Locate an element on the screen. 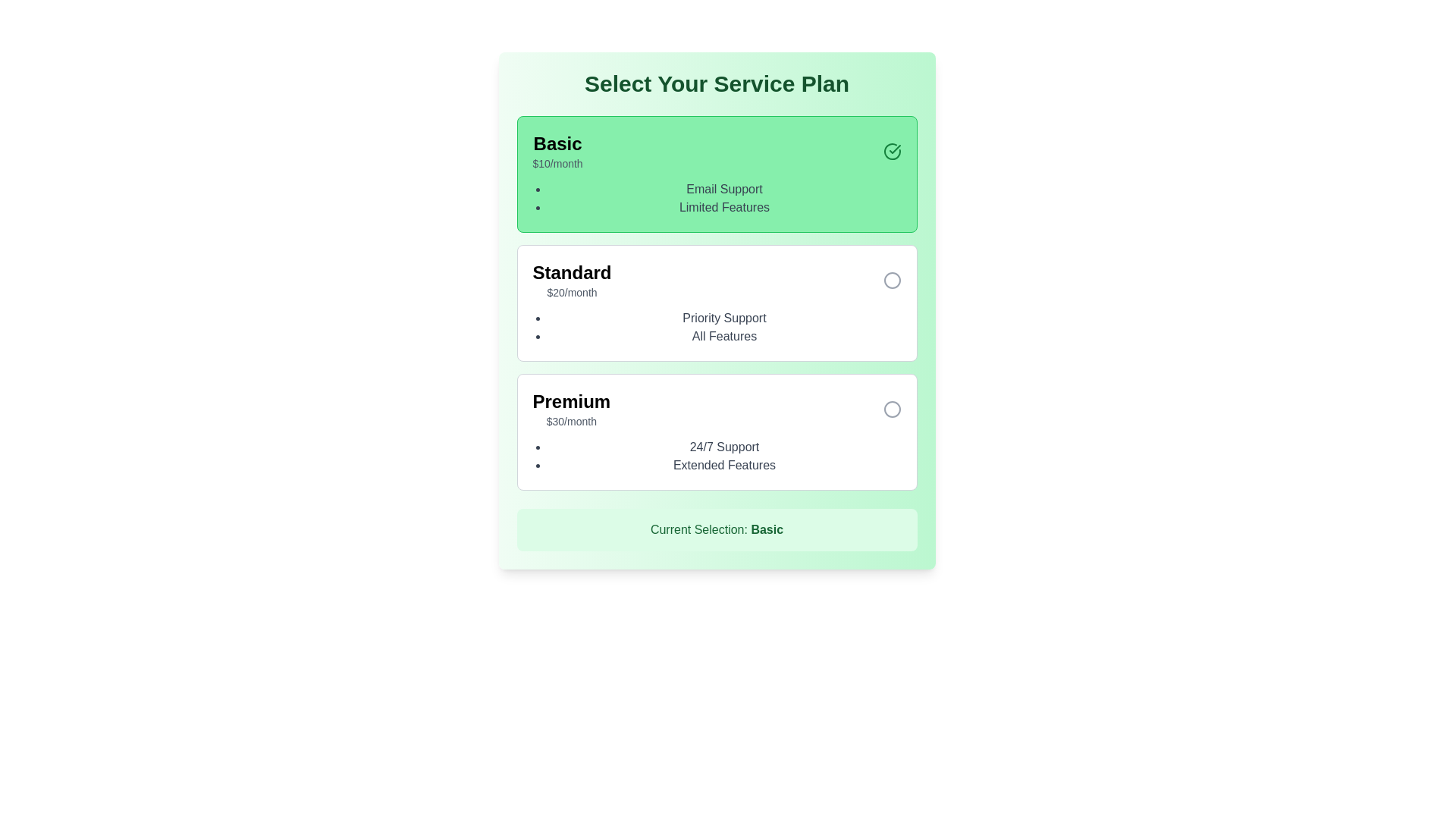 The height and width of the screenshot is (819, 1456). the text label displaying the cost of the subscription plan located below the 'Basic' text and aligned slightly to its left in the topmost green-highlighted subscription plan box is located at coordinates (557, 164).